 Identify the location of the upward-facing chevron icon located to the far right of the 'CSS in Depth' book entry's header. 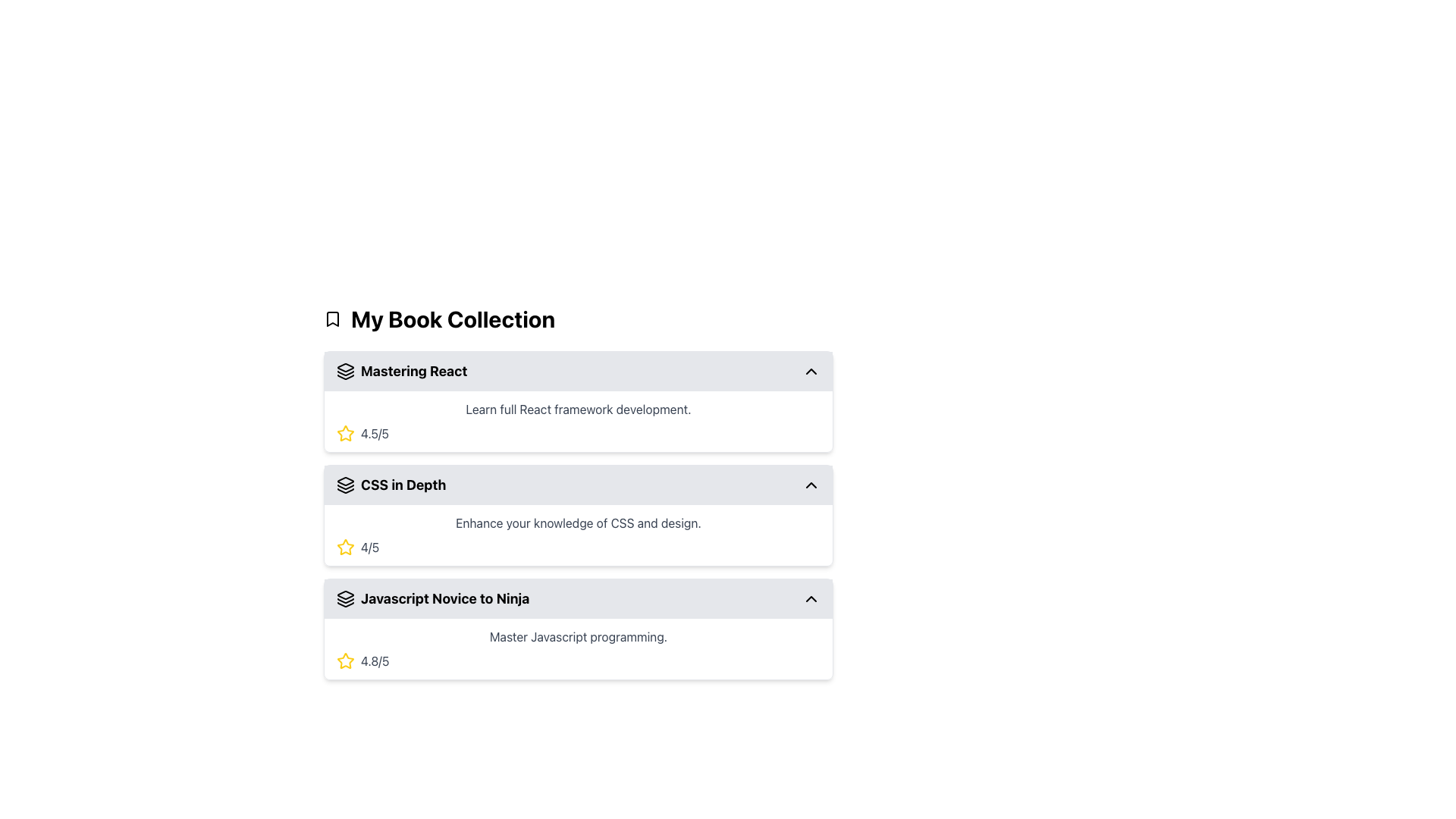
(811, 485).